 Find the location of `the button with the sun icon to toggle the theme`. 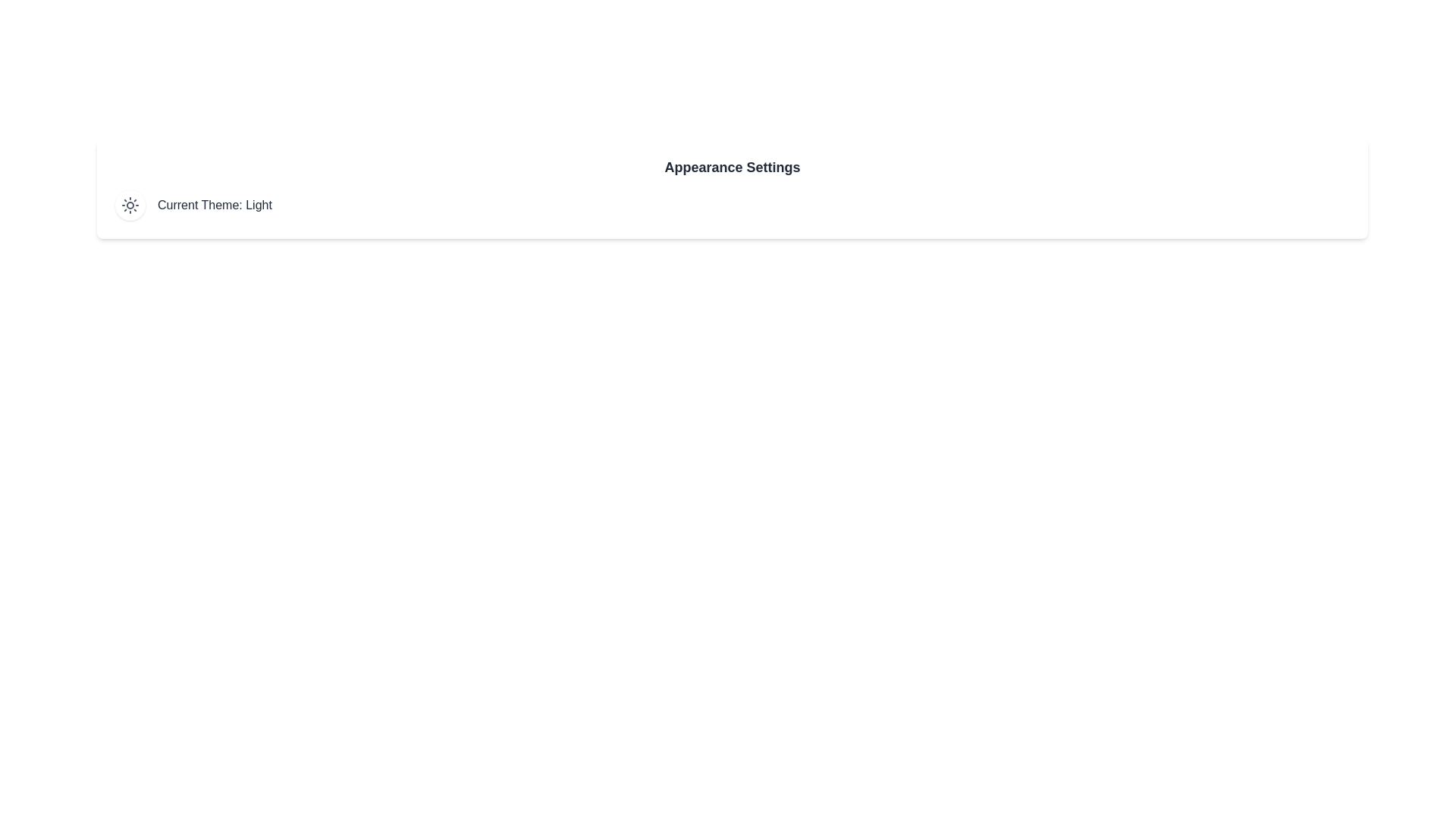

the button with the sun icon to toggle the theme is located at coordinates (130, 205).